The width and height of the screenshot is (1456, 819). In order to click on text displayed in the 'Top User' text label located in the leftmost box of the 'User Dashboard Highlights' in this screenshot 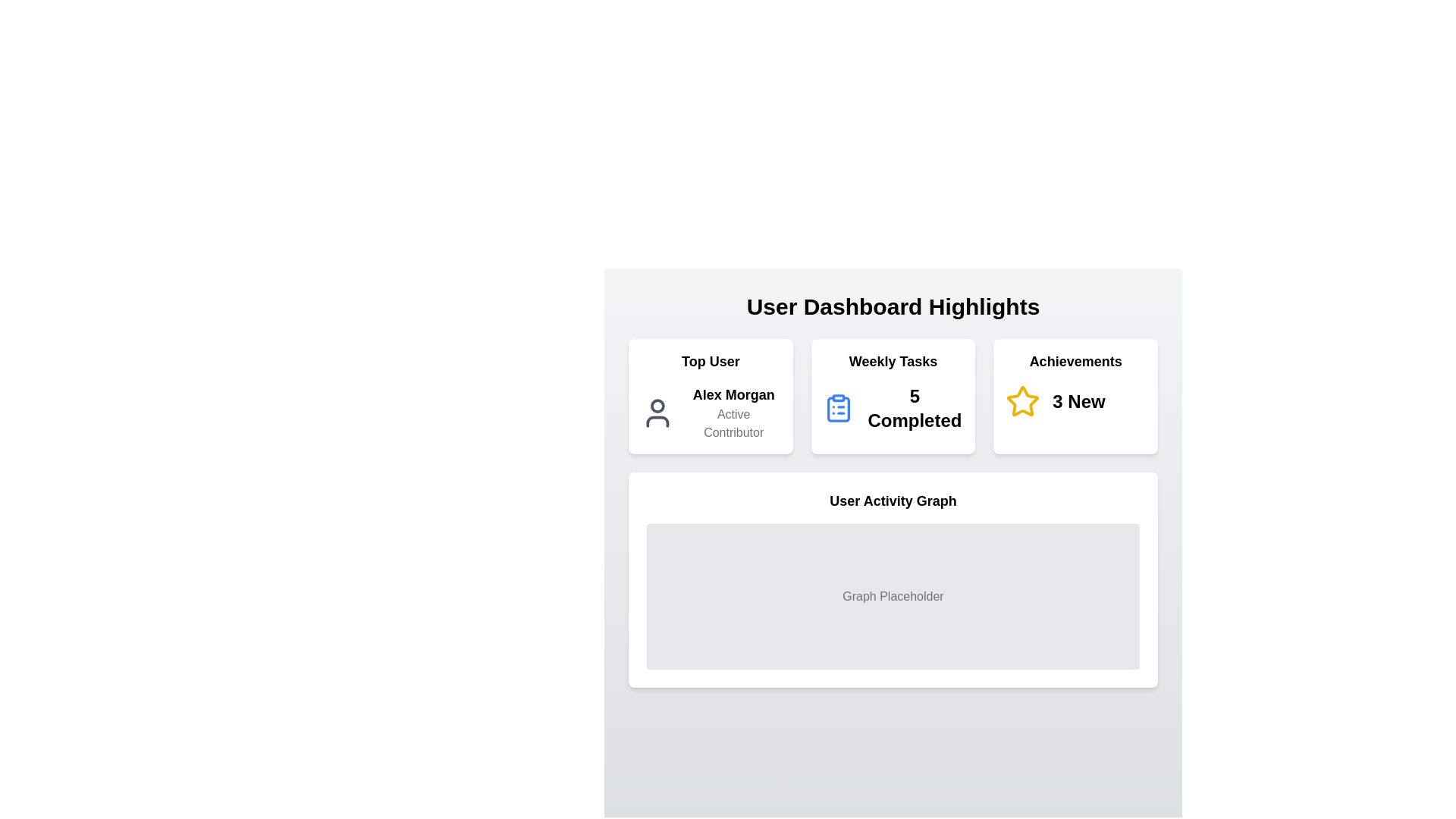, I will do `click(733, 394)`.